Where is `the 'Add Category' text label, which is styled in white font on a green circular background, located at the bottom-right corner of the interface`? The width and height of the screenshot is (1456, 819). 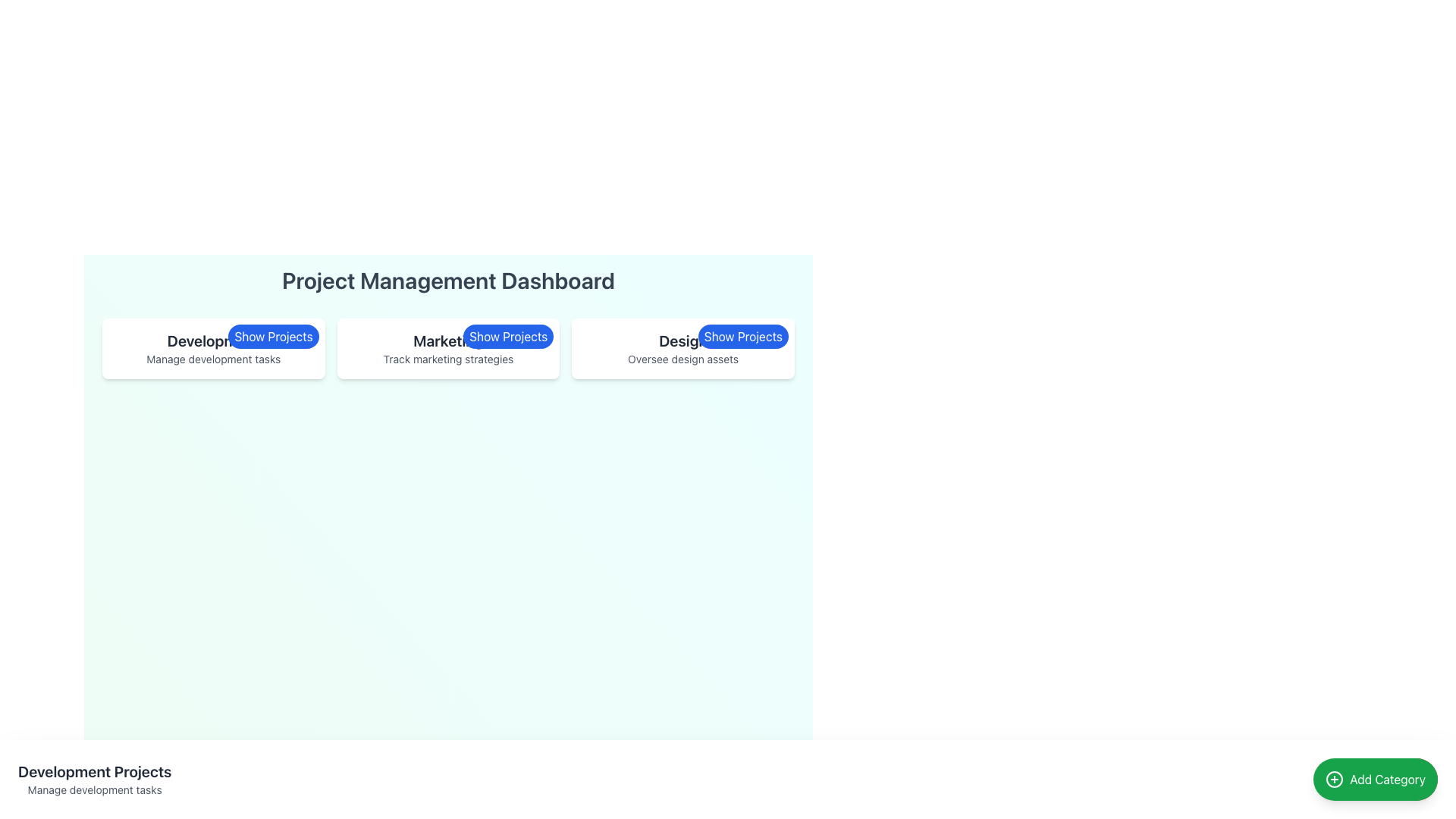
the 'Add Category' text label, which is styled in white font on a green circular background, located at the bottom-right corner of the interface is located at coordinates (1388, 780).